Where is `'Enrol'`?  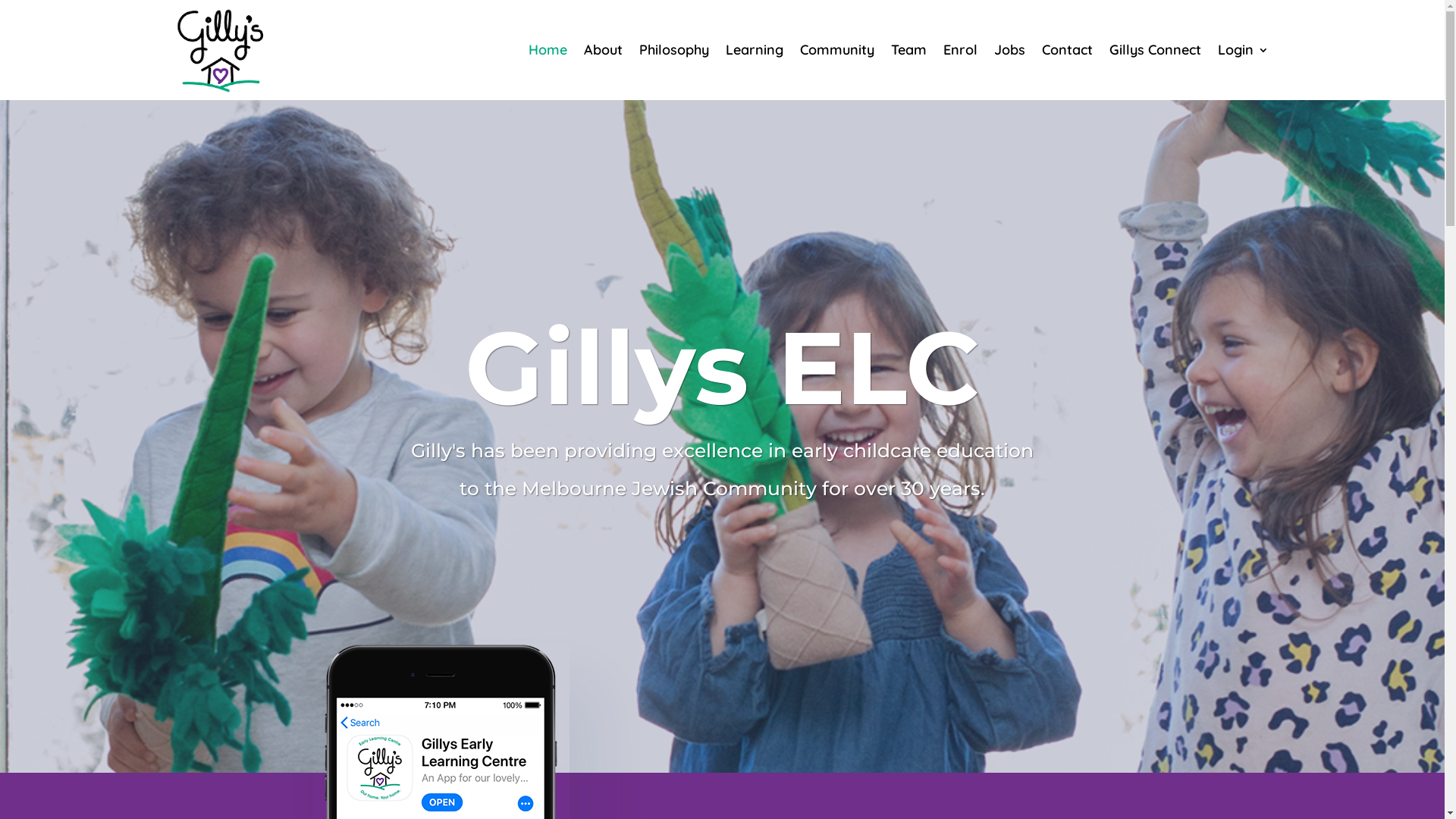 'Enrol' is located at coordinates (959, 49).